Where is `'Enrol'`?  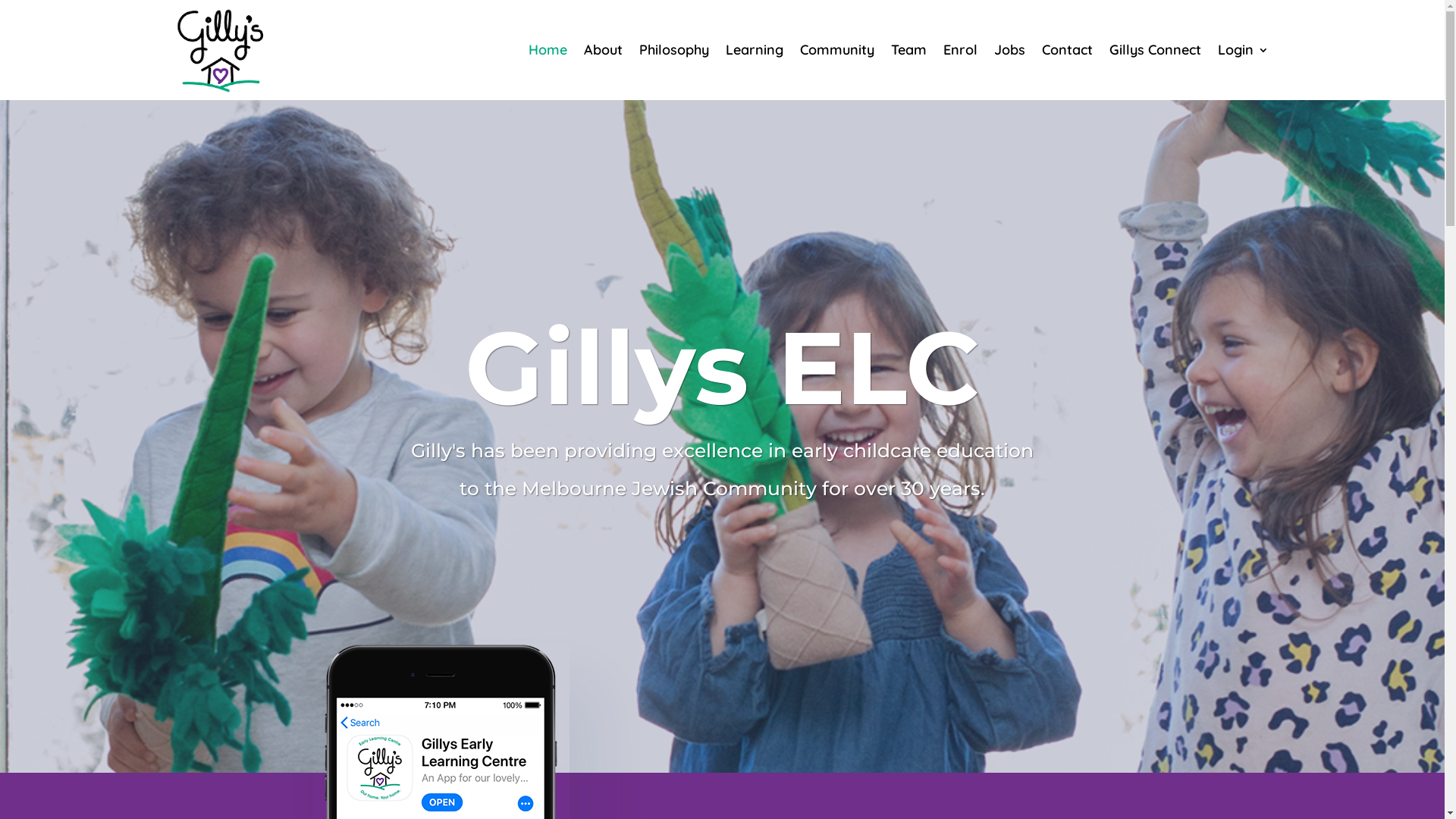 'Enrol' is located at coordinates (959, 49).